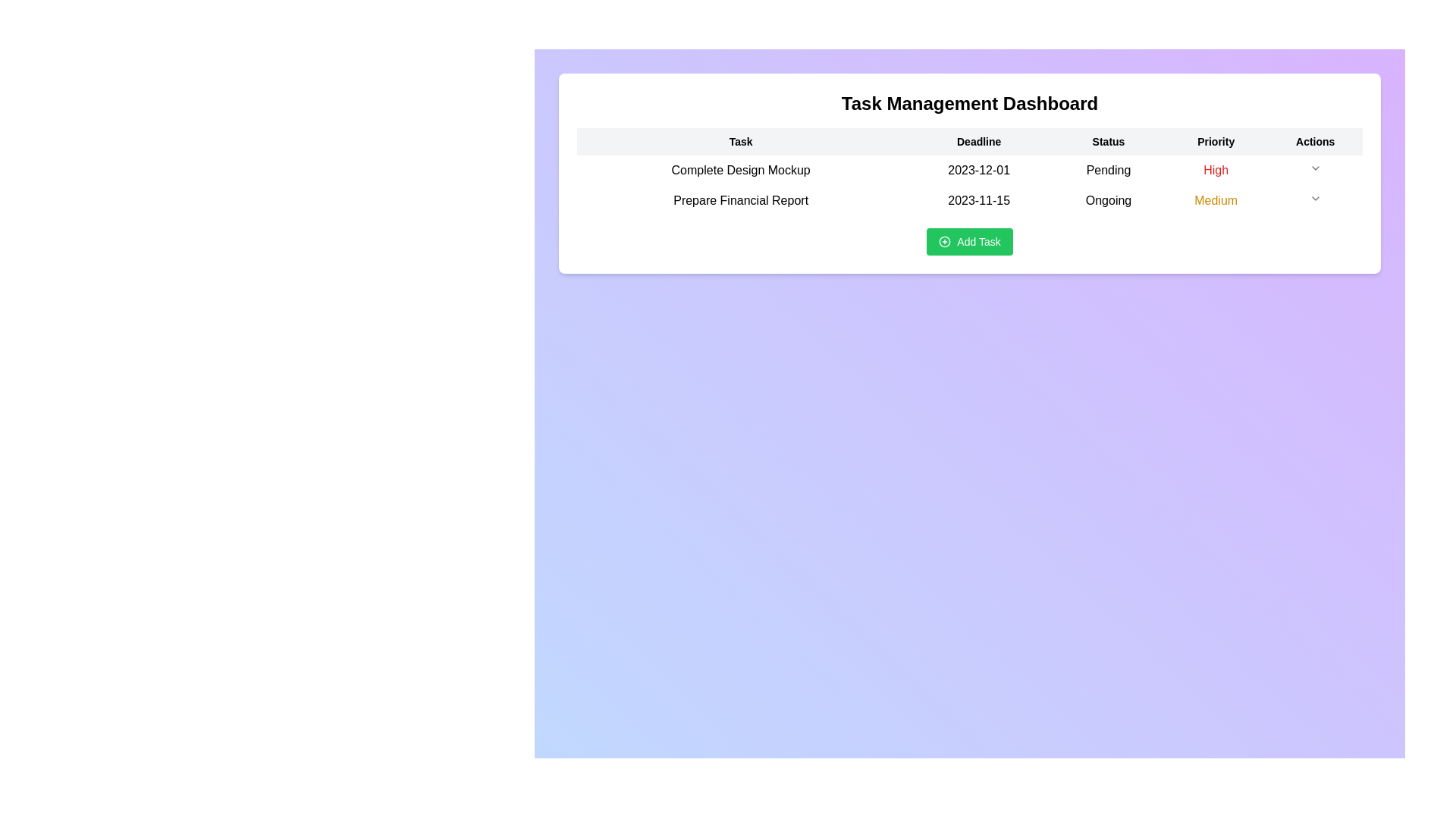 Image resolution: width=1456 pixels, height=819 pixels. What do you see at coordinates (1314, 141) in the screenshot?
I see `the 'Actions' text label, which is the rightmost header in the table with black, bold text on a light gray background` at bounding box center [1314, 141].